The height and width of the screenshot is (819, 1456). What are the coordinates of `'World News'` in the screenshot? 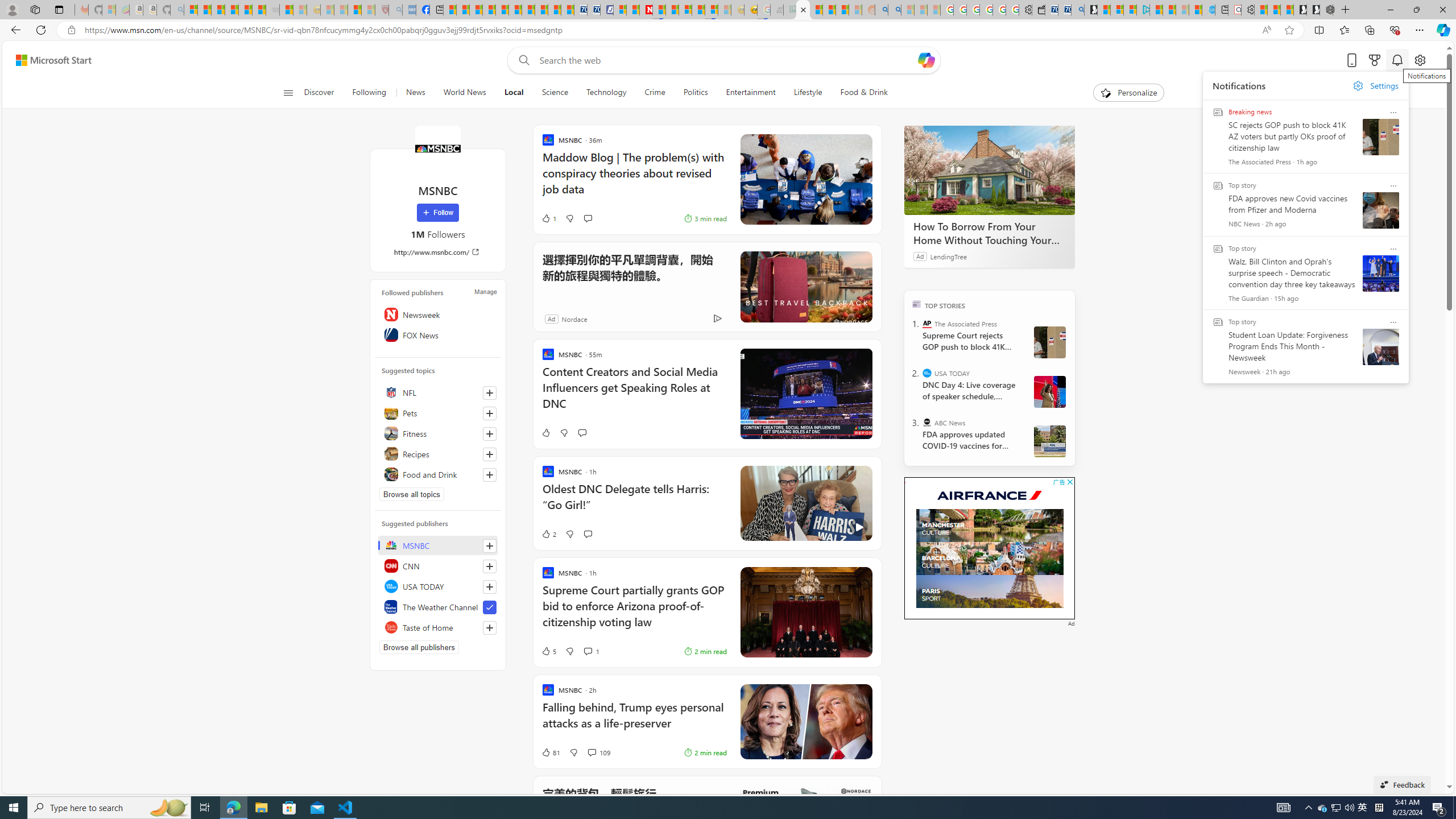 It's located at (464, 92).